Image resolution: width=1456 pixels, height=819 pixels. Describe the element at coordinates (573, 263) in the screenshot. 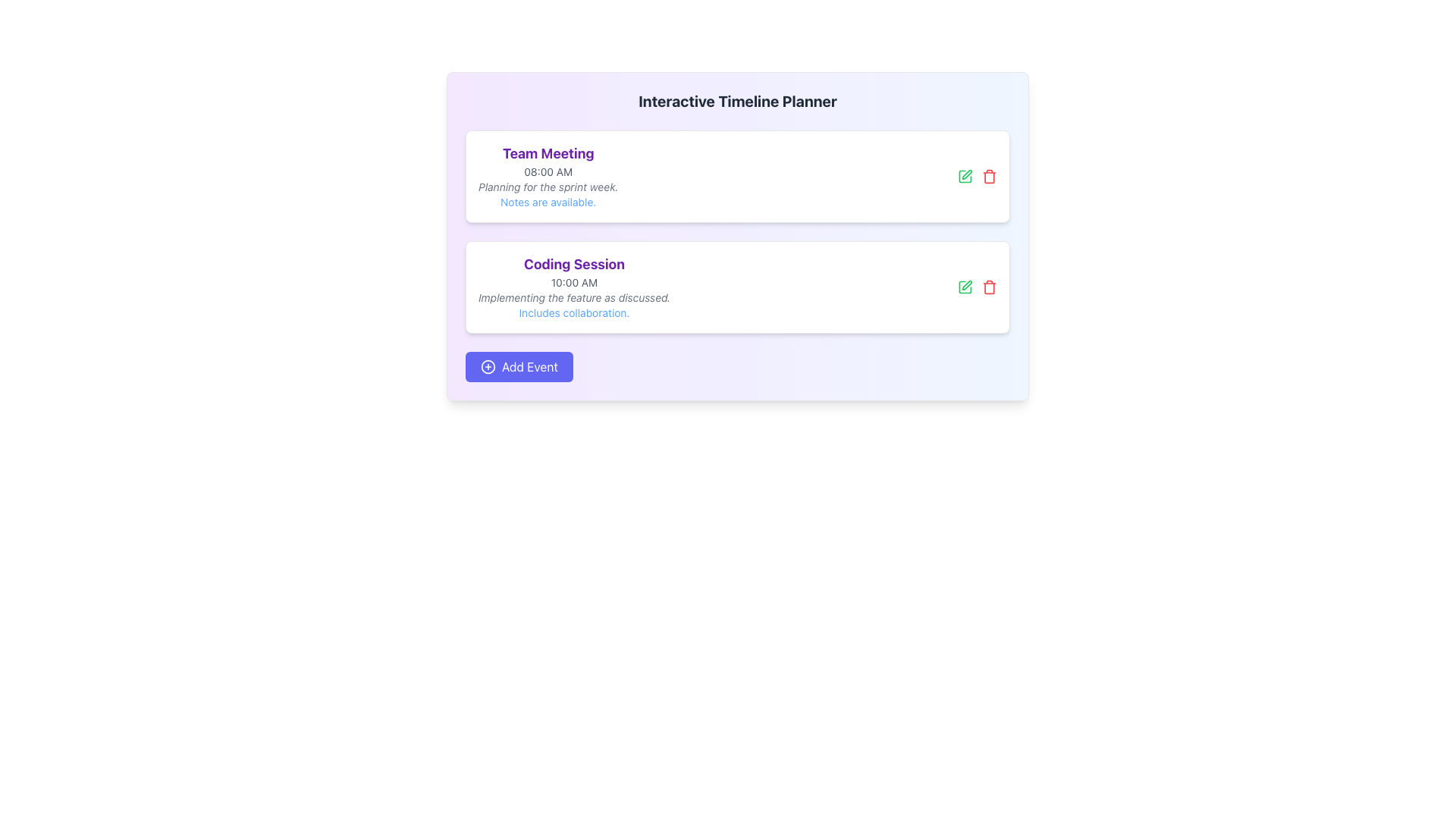

I see `the Text Label that identifies the event as 'Coding Session', located at the top of the second event card in the Interactive Timeline Planner` at that location.